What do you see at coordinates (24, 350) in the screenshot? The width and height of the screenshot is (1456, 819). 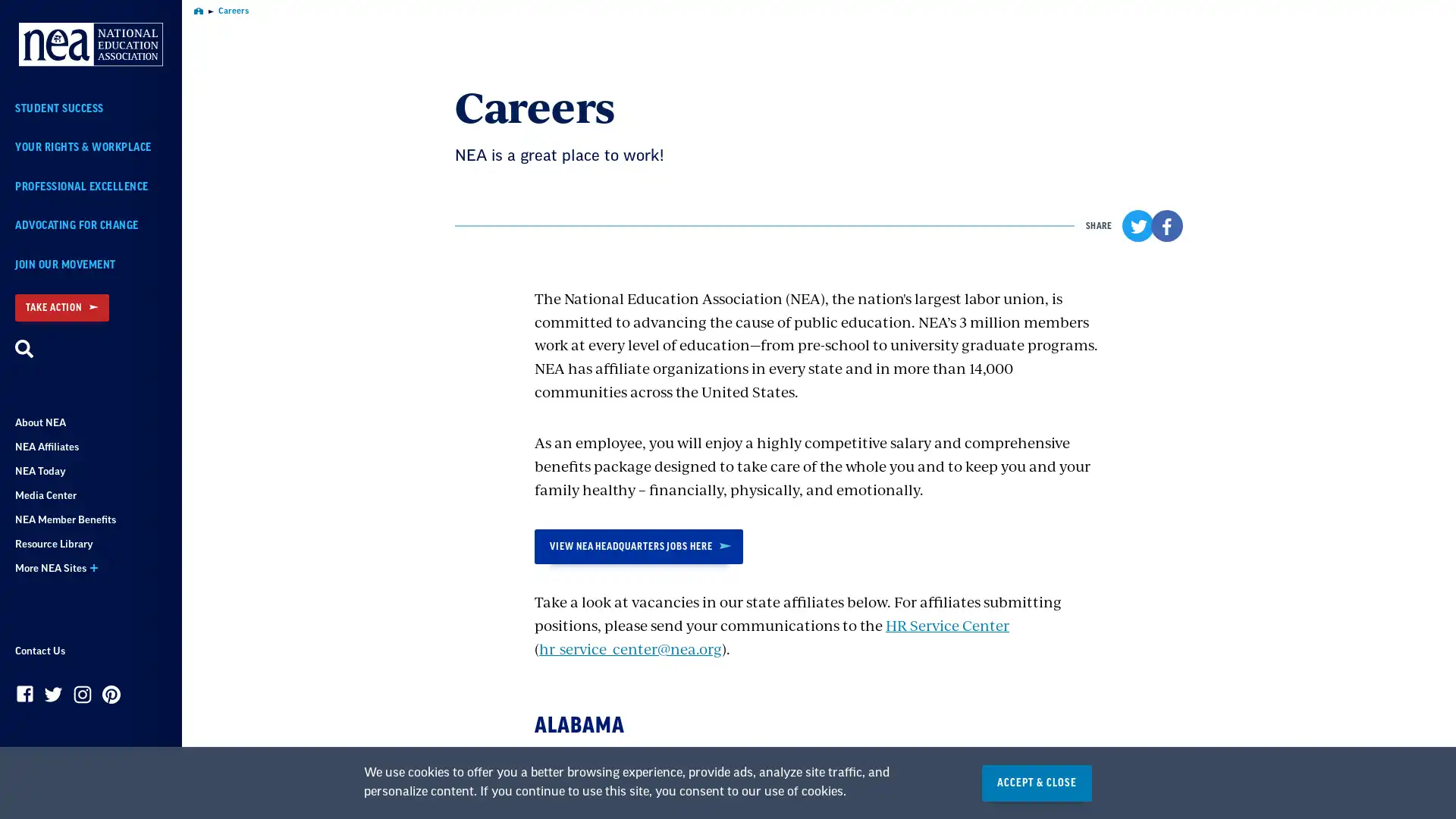 I see `Search` at bounding box center [24, 350].